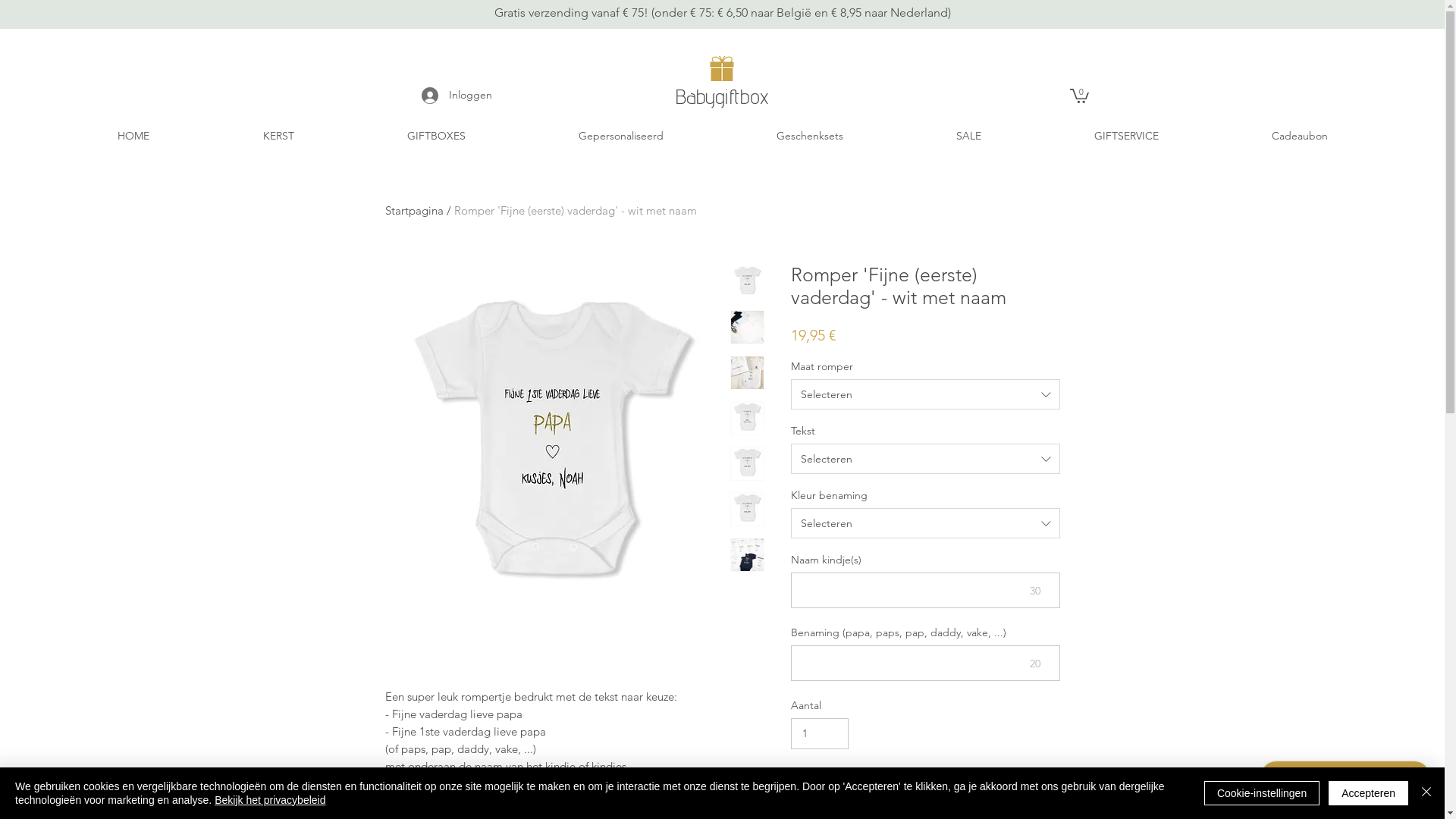  Describe the element at coordinates (720, 96) in the screenshot. I see `'Babygiftbox'` at that location.